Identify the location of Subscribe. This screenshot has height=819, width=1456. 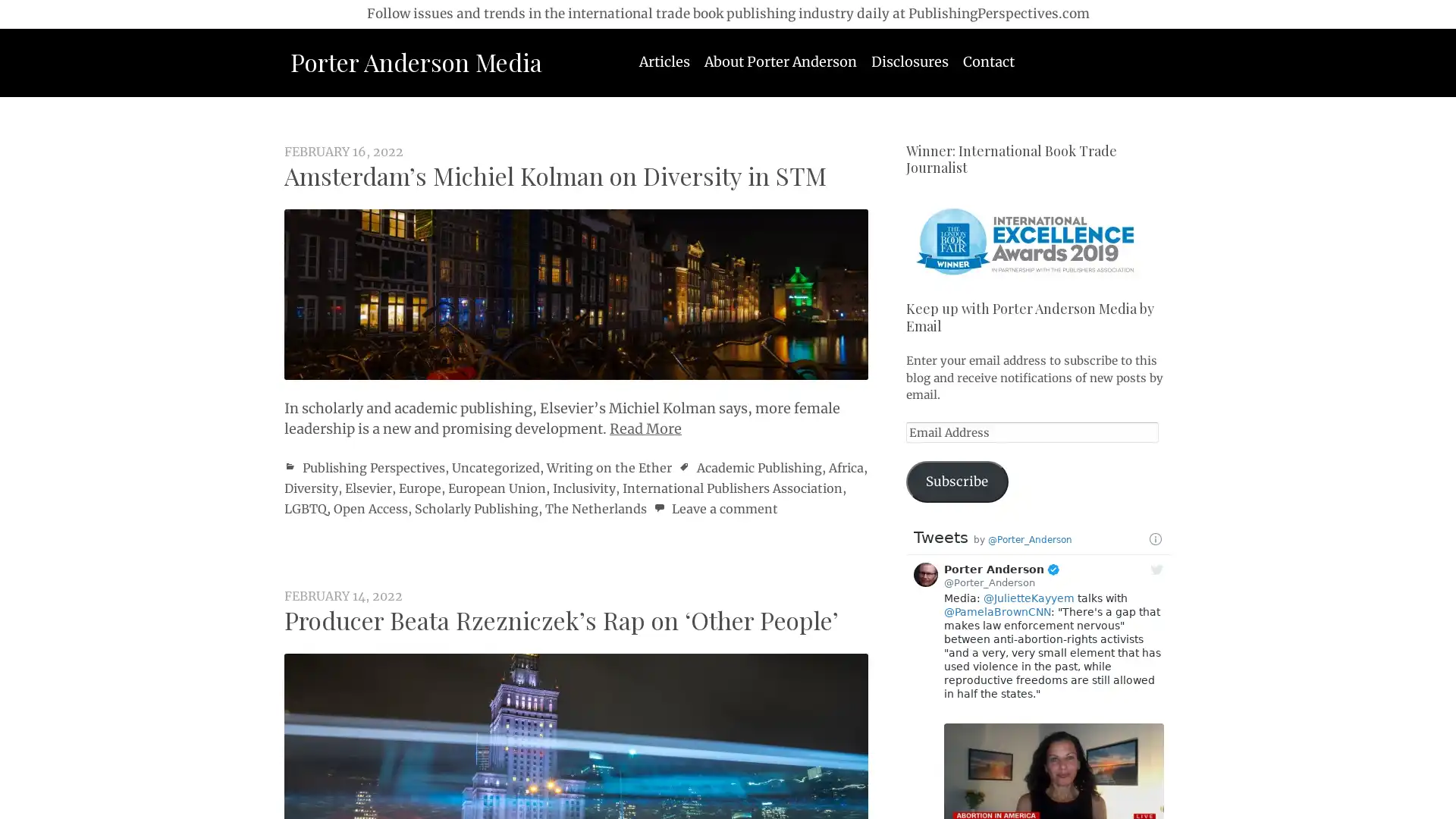
(956, 482).